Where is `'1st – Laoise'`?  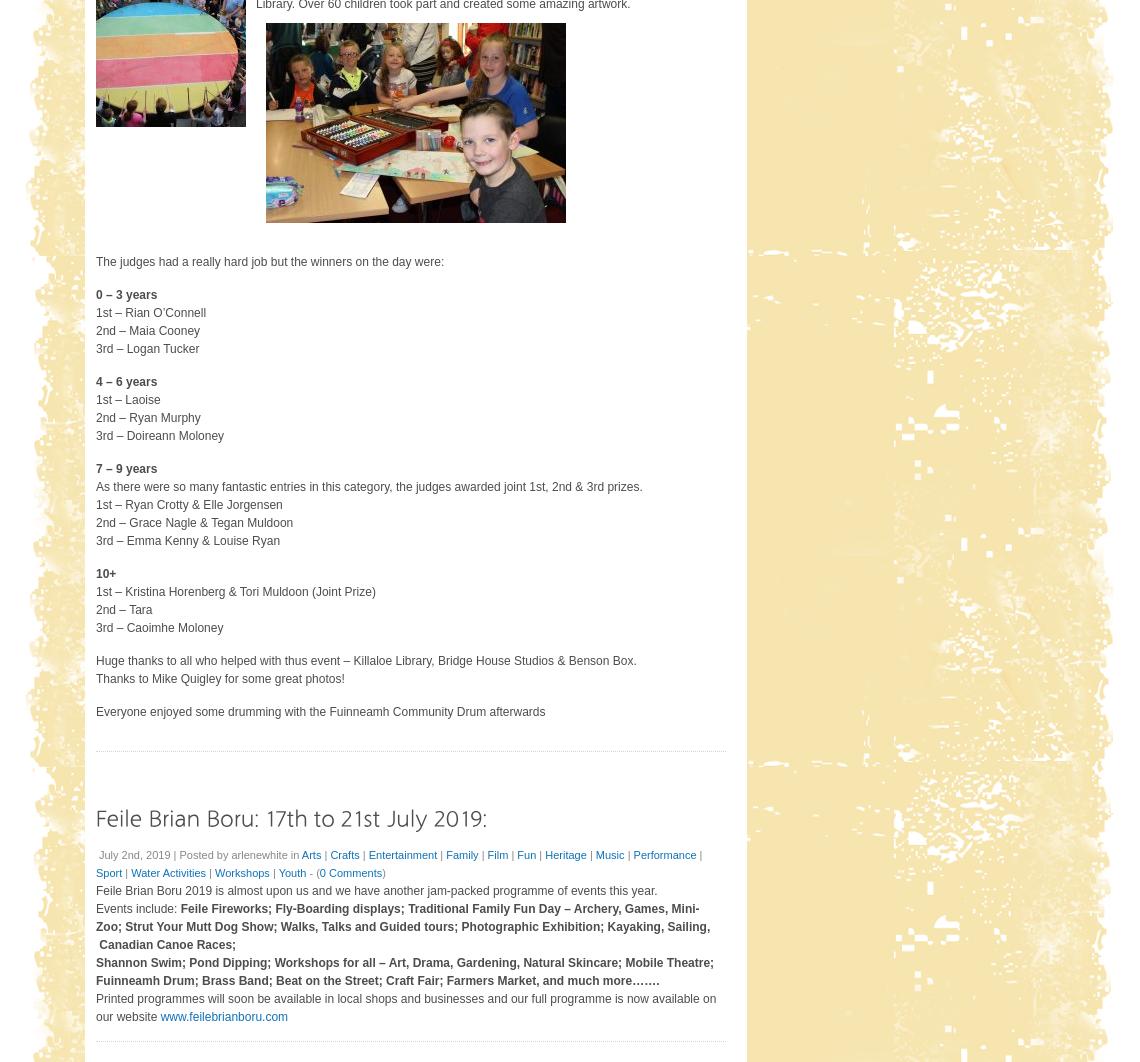 '1st – Laoise' is located at coordinates (127, 397).